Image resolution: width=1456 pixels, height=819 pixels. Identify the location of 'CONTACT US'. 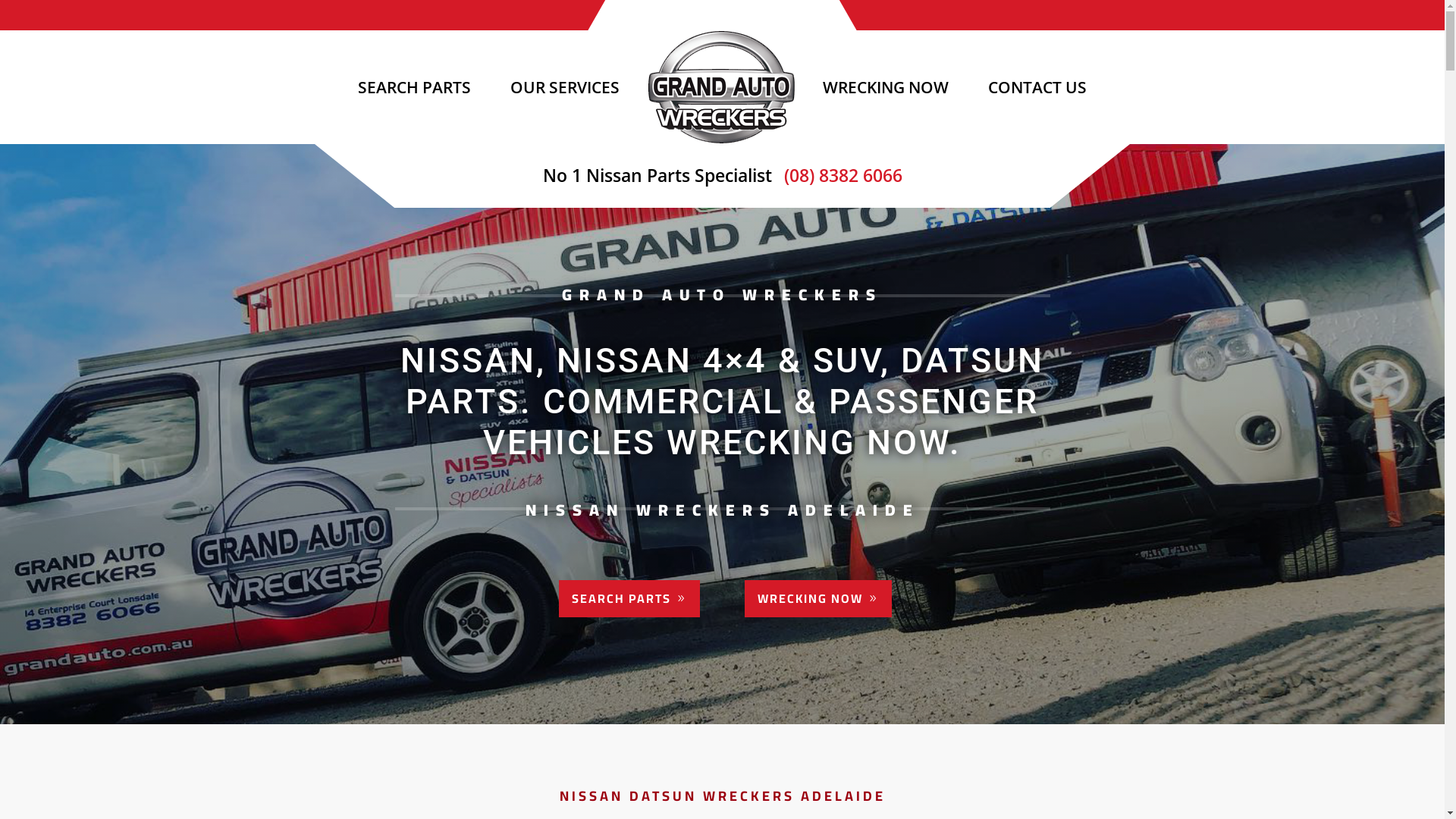
(1037, 87).